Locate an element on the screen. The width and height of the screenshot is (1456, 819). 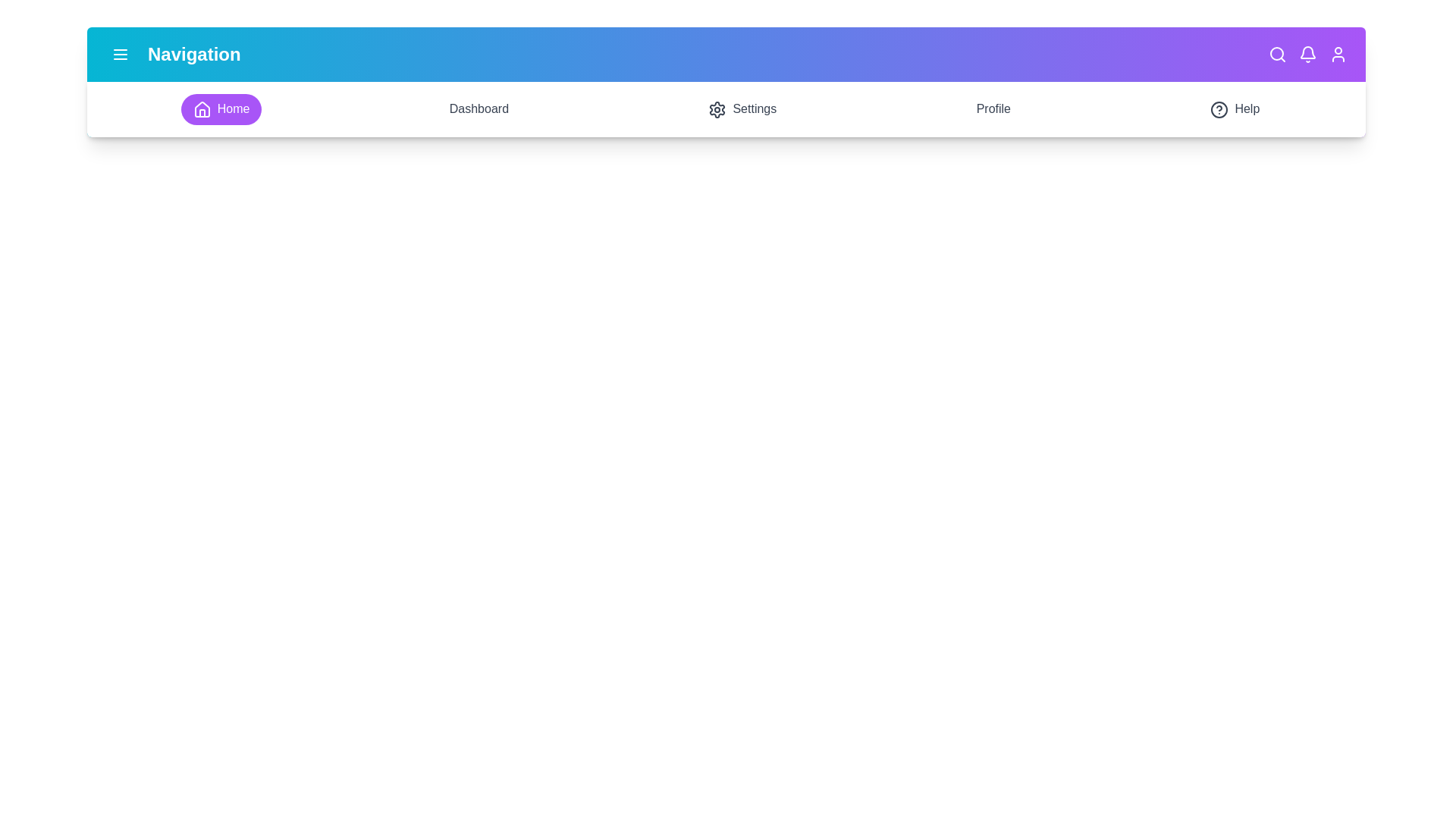
the Dashboard section in the navigation bar is located at coordinates (477, 108).